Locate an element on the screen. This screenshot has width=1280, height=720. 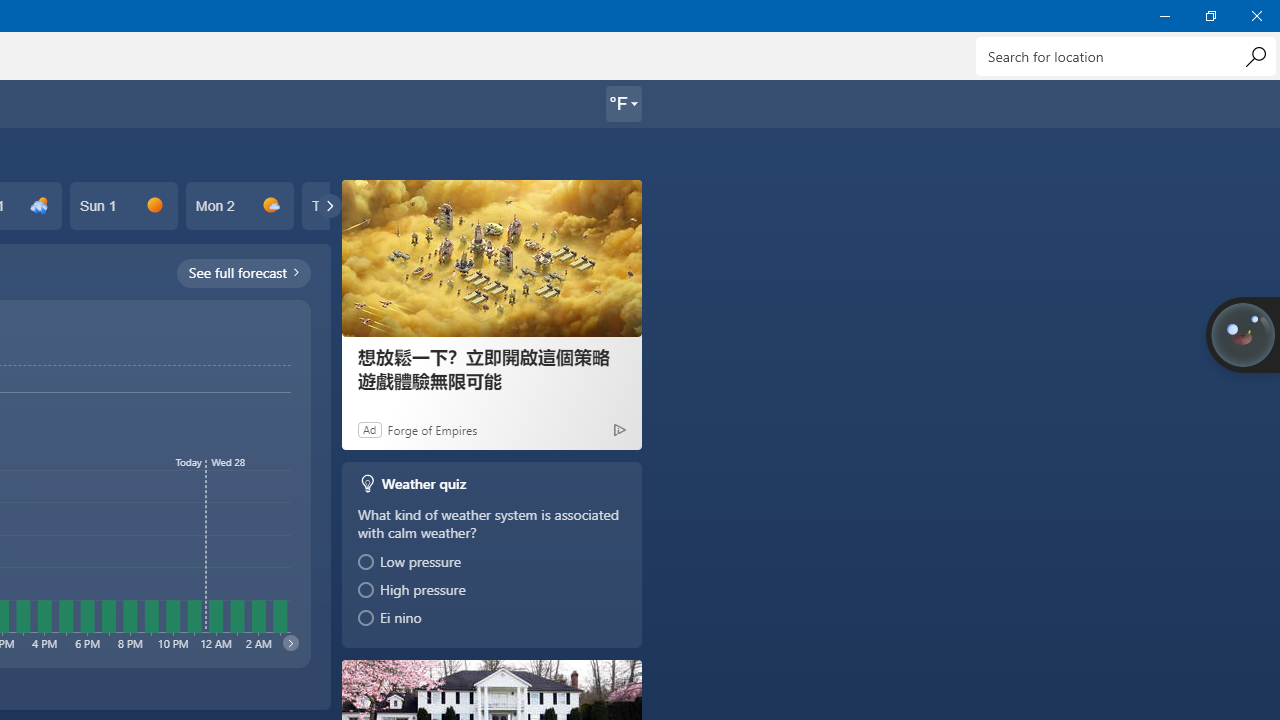
'Restore Weather' is located at coordinates (1209, 15).